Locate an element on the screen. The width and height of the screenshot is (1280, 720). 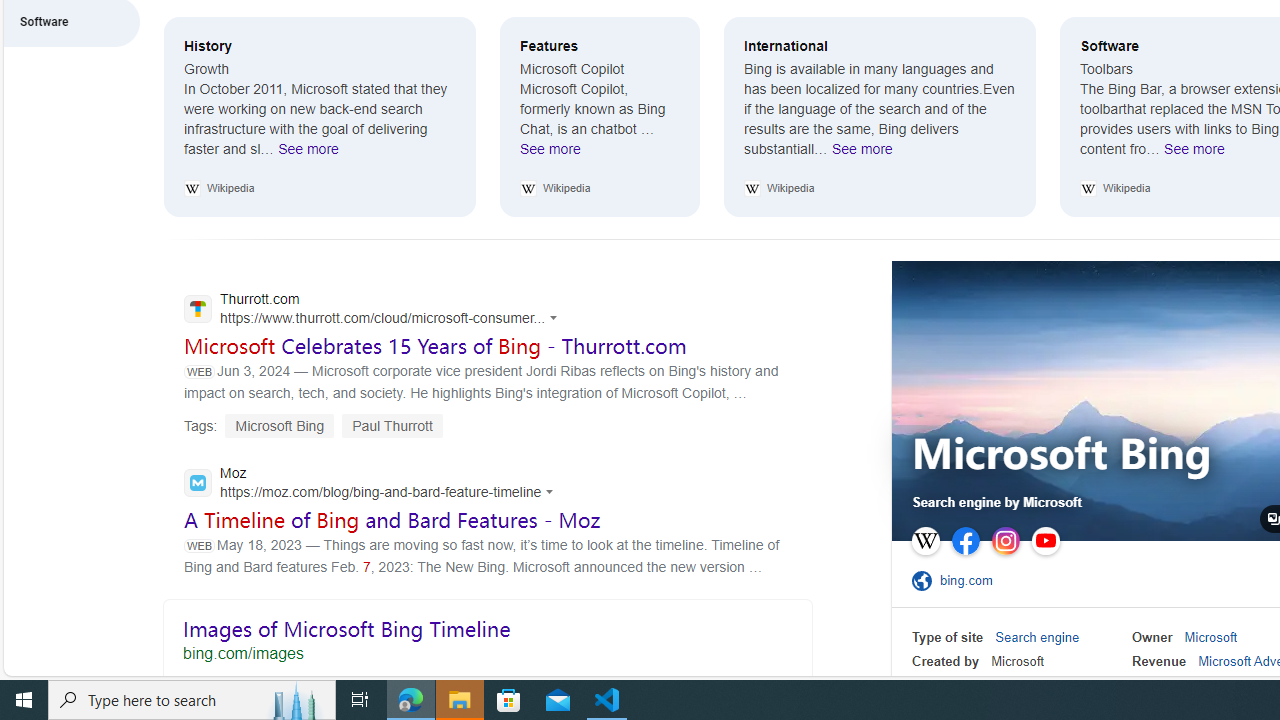
'Type of site' is located at coordinates (946, 637).